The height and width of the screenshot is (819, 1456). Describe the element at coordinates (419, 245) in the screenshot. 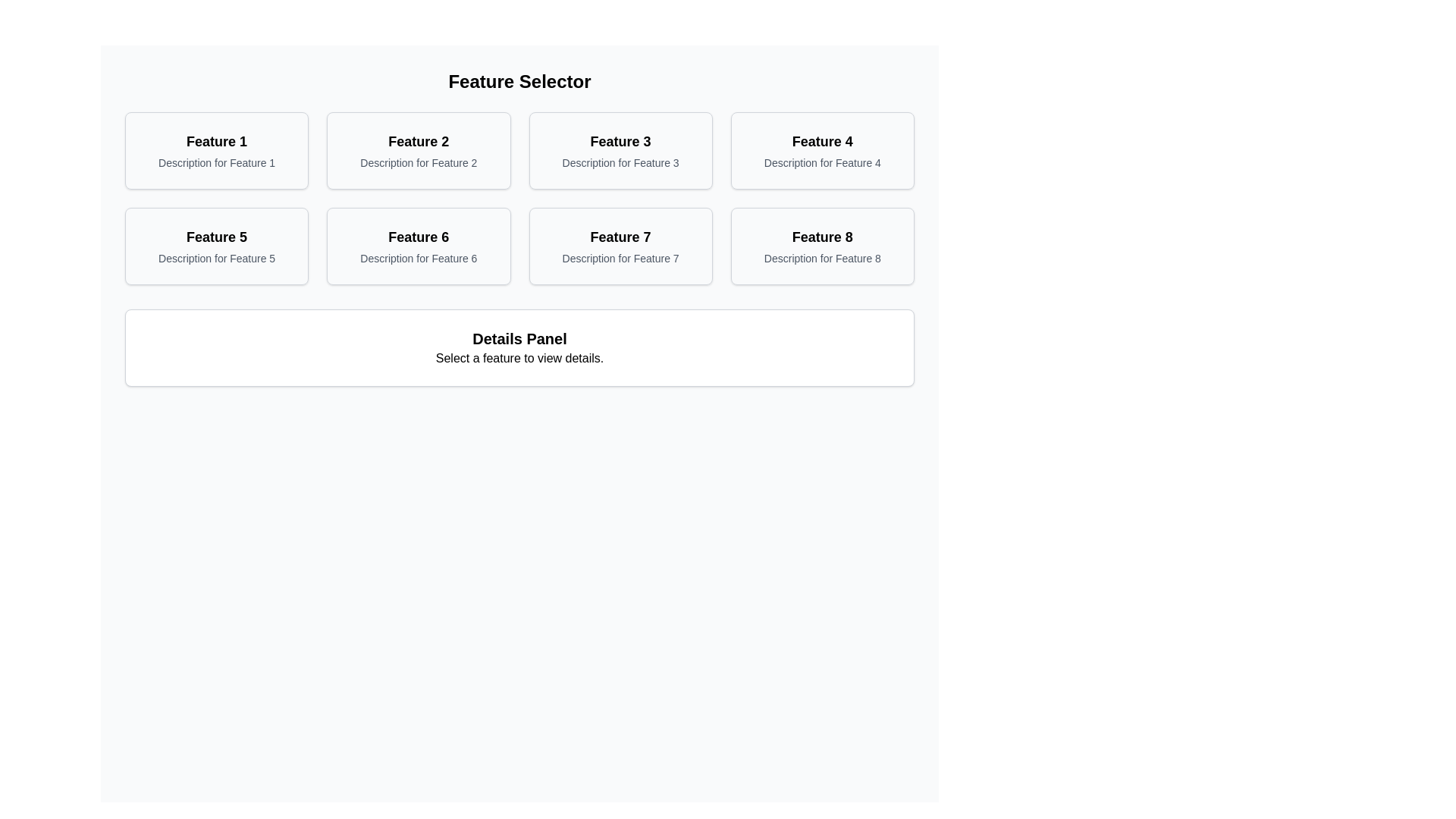

I see `the interactive card representing 'Feature 6', which is located in the lower row, second from the left in a grid layout of eight cards` at that location.